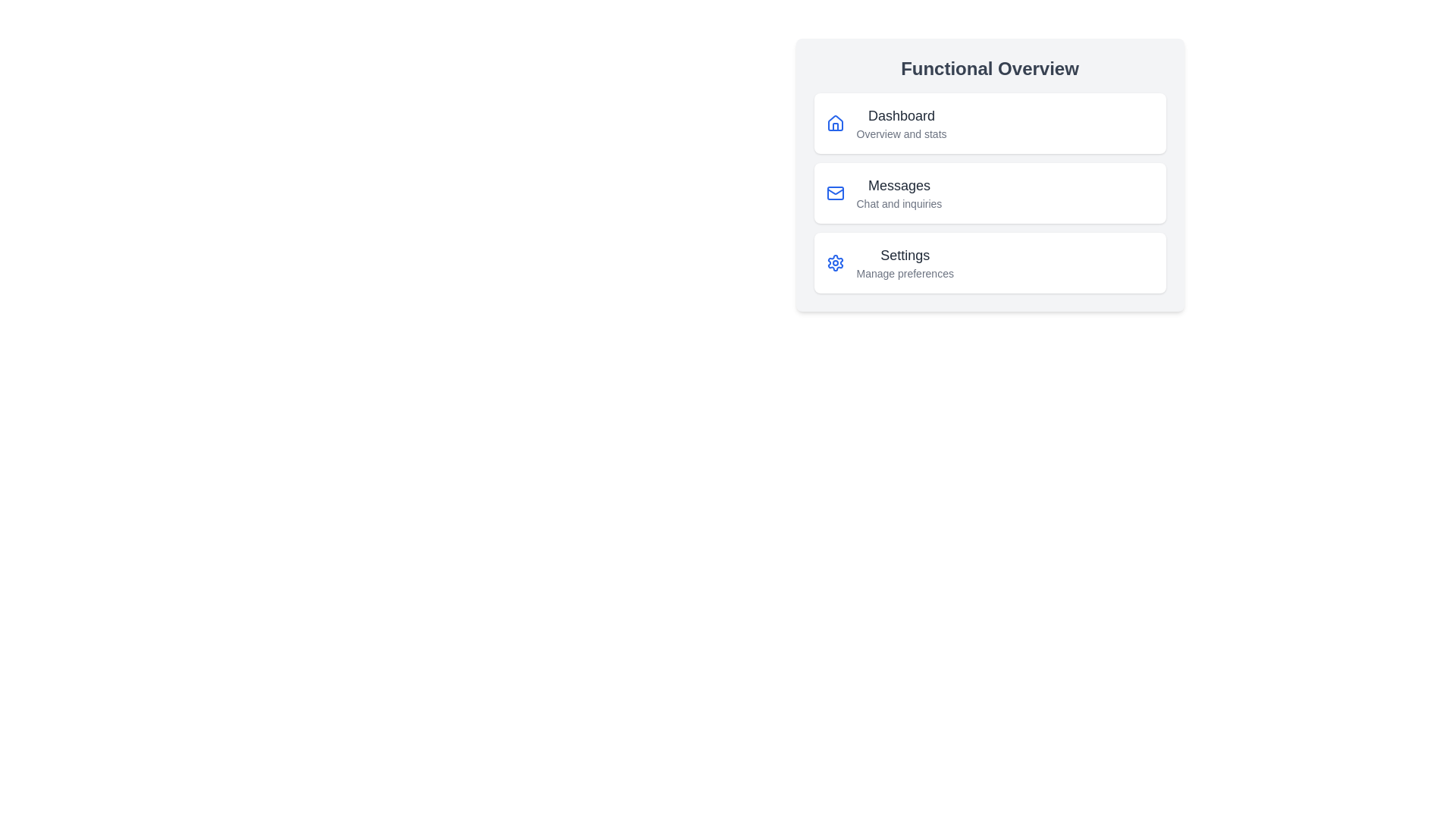 The height and width of the screenshot is (819, 1456). What do you see at coordinates (899, 203) in the screenshot?
I see `the text label 'Chat and inquiries' located below the 'Messages' title in the 'Functional Overview' menu card` at bounding box center [899, 203].